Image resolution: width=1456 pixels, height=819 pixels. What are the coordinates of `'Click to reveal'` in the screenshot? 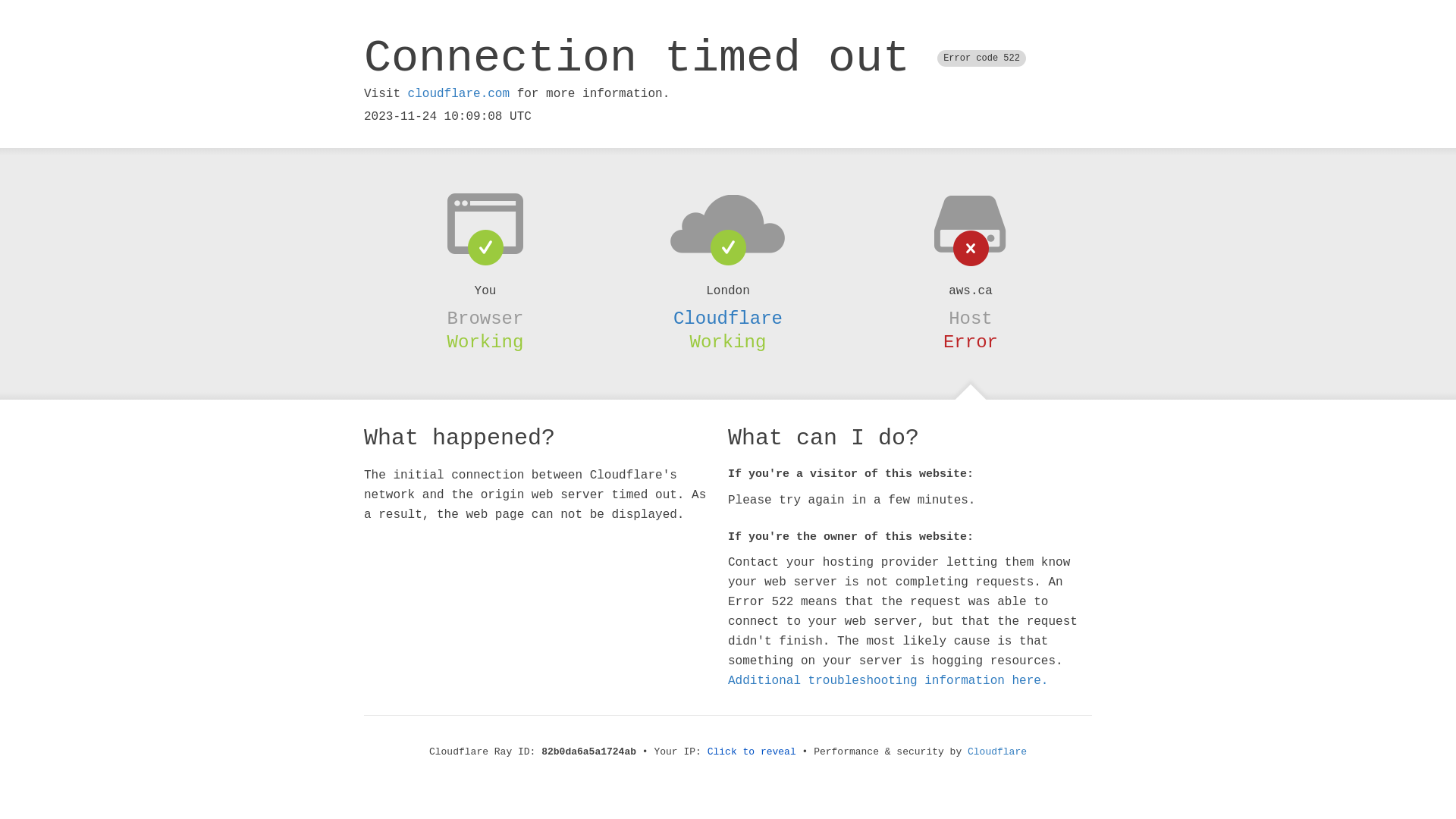 It's located at (752, 752).